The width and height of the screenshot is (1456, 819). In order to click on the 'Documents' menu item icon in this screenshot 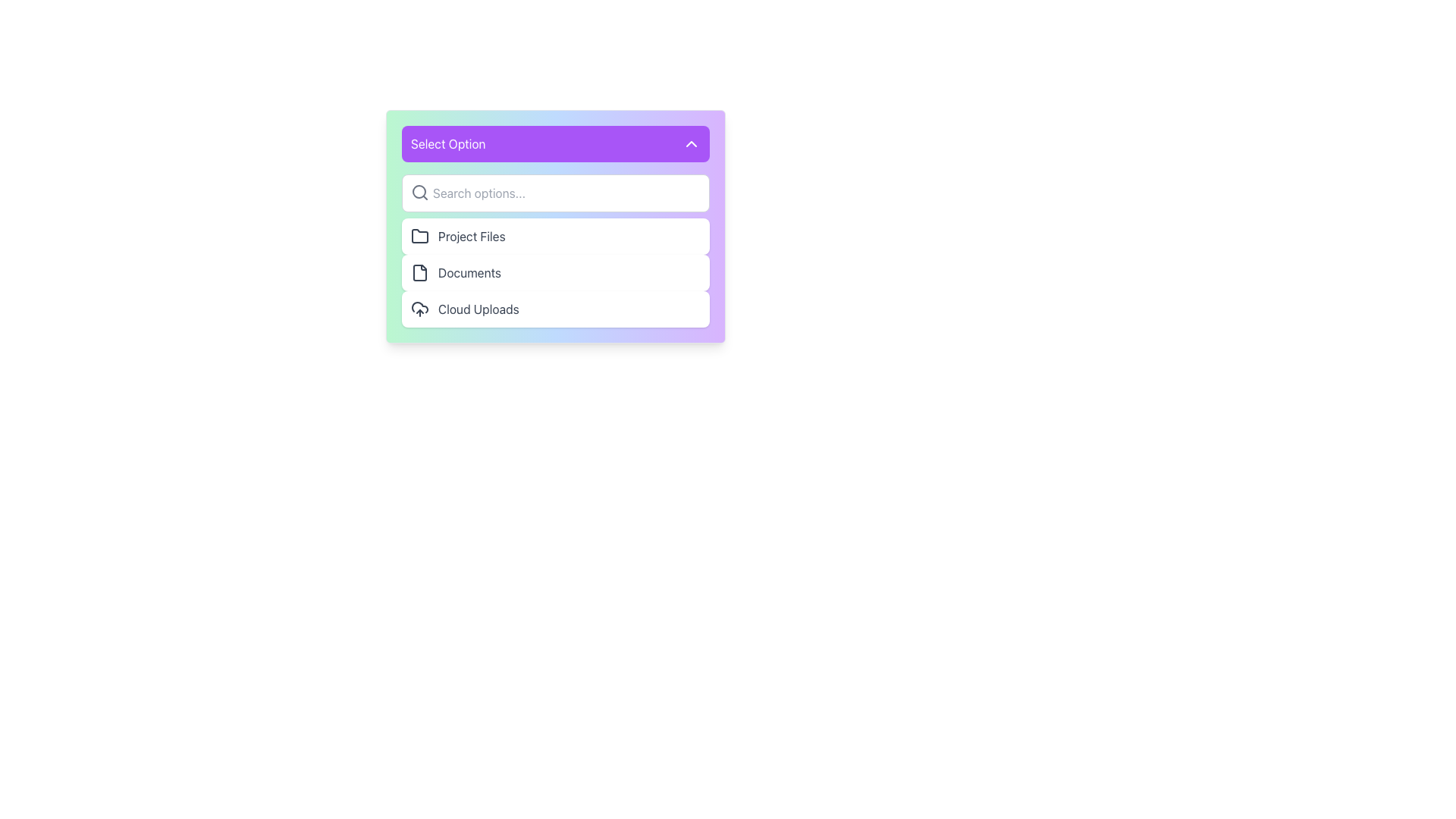, I will do `click(419, 271)`.